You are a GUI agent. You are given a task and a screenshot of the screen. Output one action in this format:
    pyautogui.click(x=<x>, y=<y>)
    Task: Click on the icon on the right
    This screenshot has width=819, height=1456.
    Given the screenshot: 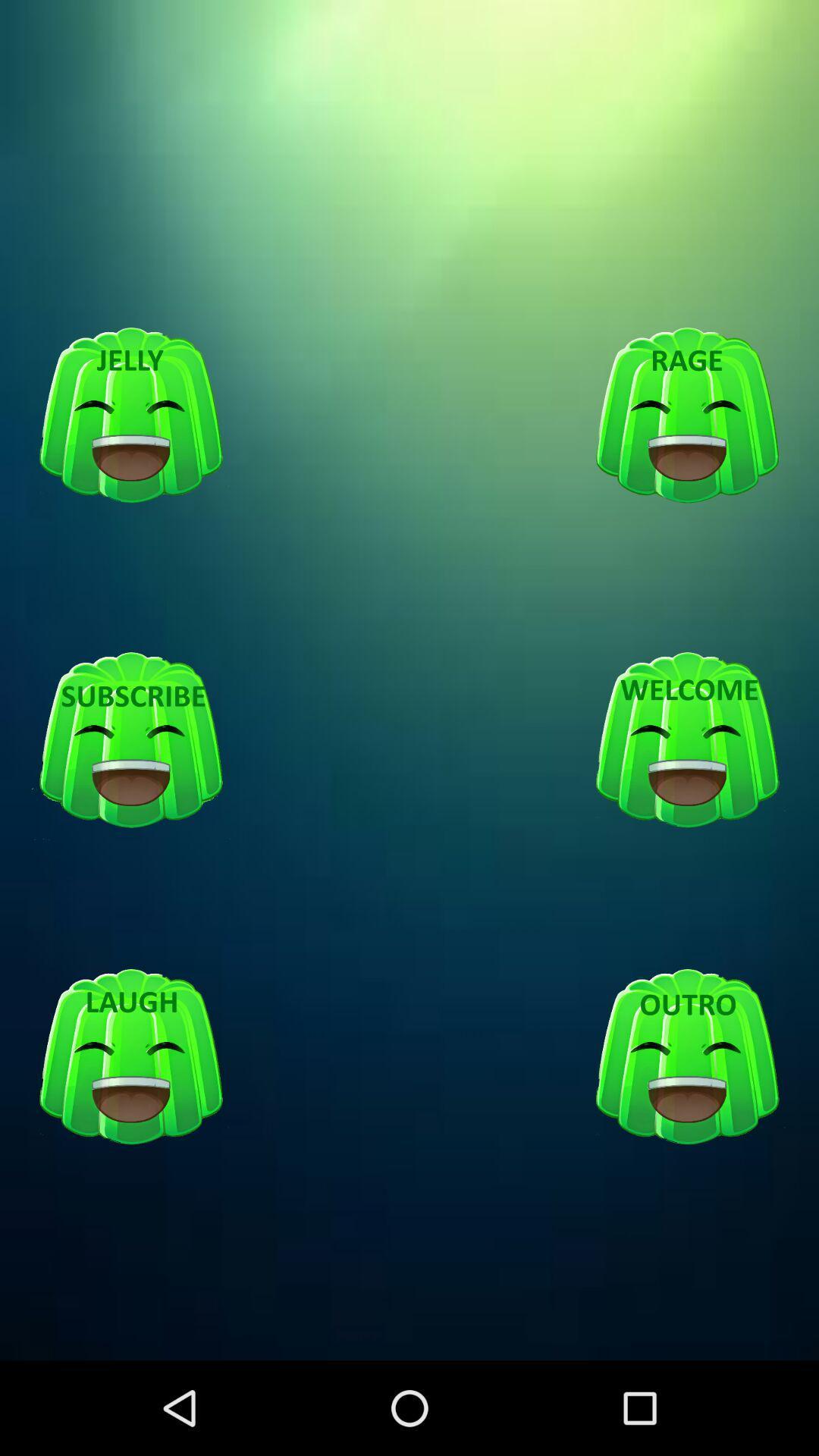 What is the action you would take?
    pyautogui.click(x=687, y=741)
    